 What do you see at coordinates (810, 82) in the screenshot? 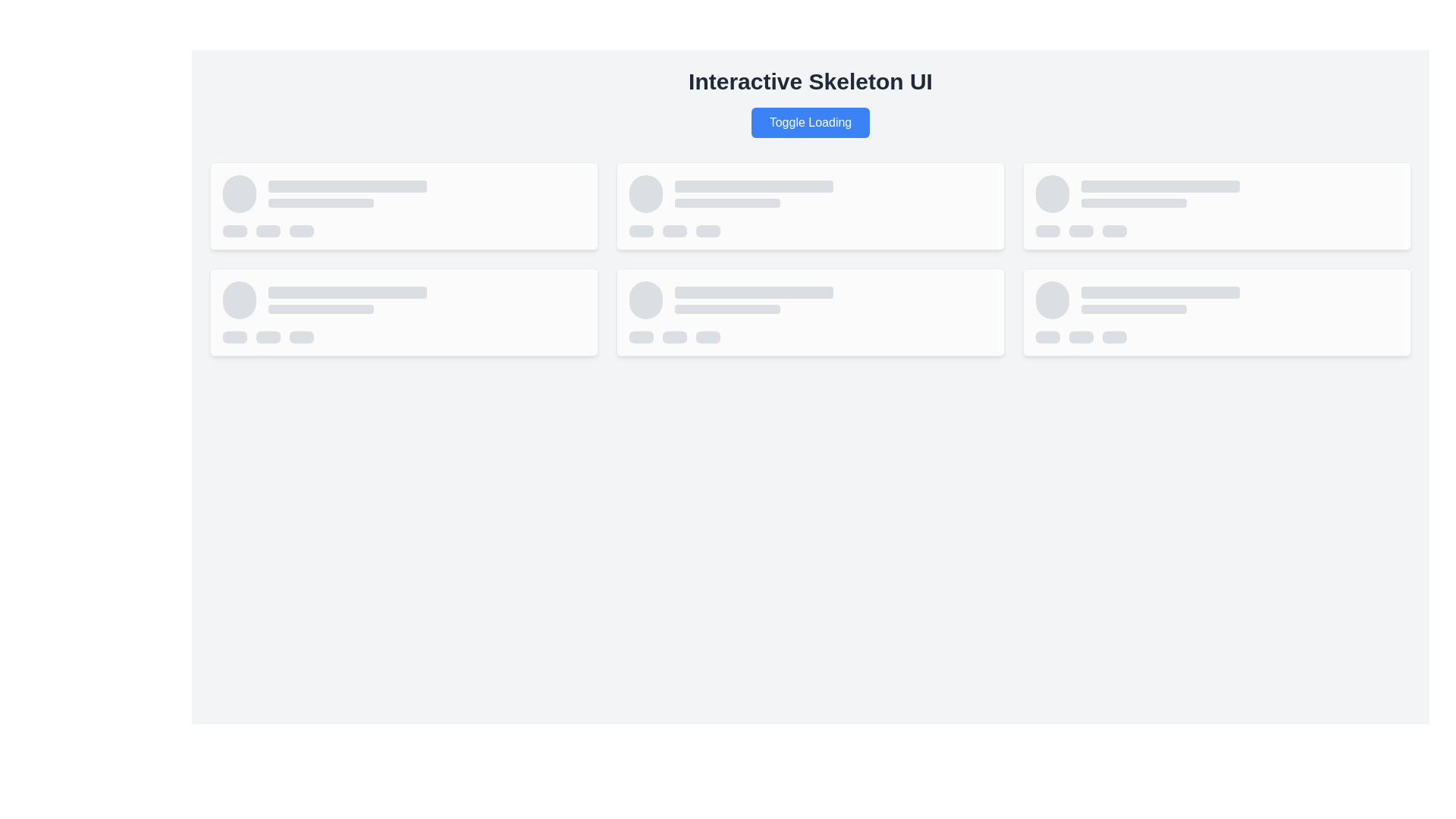
I see `the static text header located at the top of the interface, which serves as a title or heading for the section above the 'Toggle Loading' button` at bounding box center [810, 82].